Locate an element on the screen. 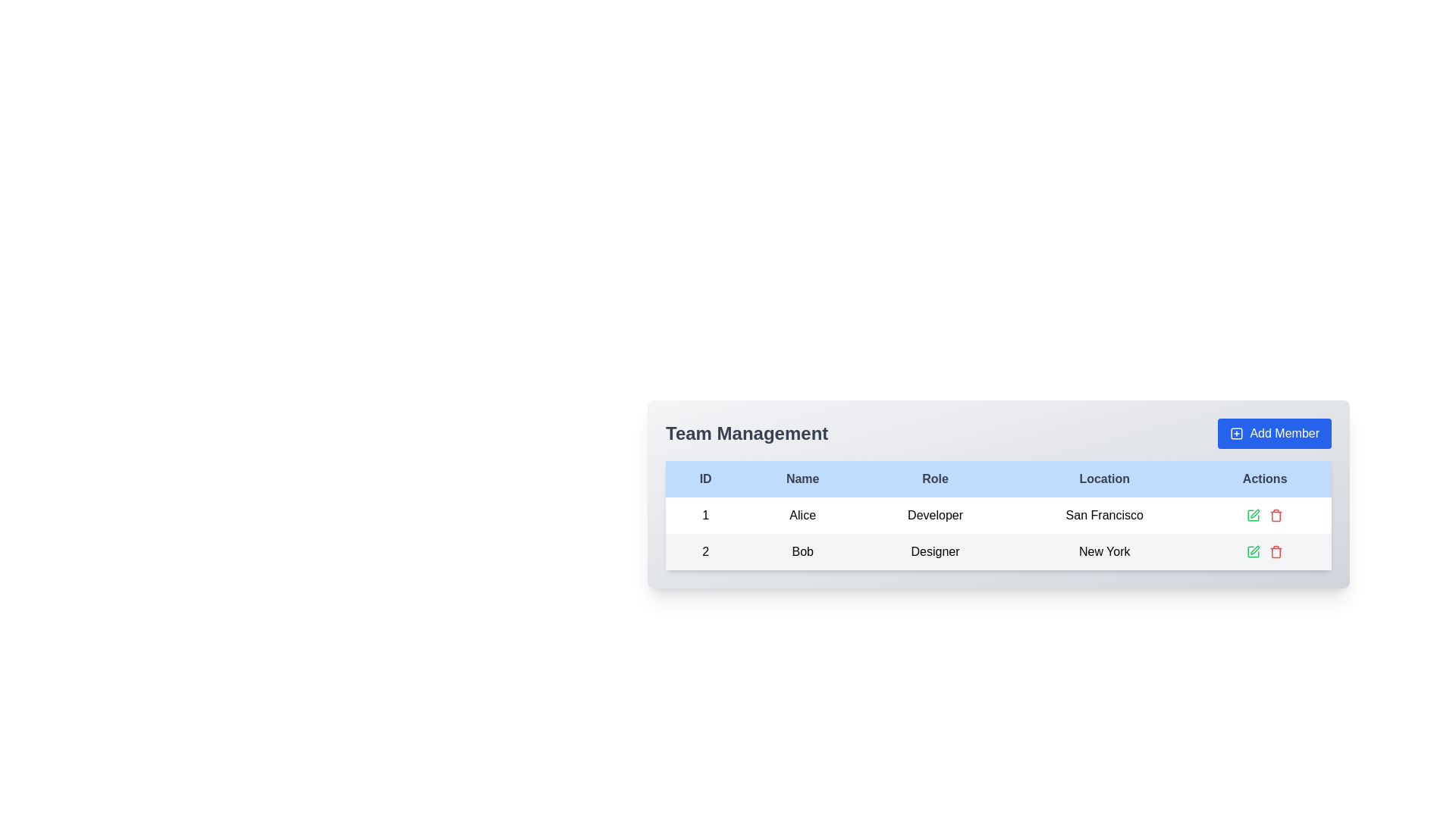  the rows of the 'Team Management' data table is located at coordinates (998, 494).